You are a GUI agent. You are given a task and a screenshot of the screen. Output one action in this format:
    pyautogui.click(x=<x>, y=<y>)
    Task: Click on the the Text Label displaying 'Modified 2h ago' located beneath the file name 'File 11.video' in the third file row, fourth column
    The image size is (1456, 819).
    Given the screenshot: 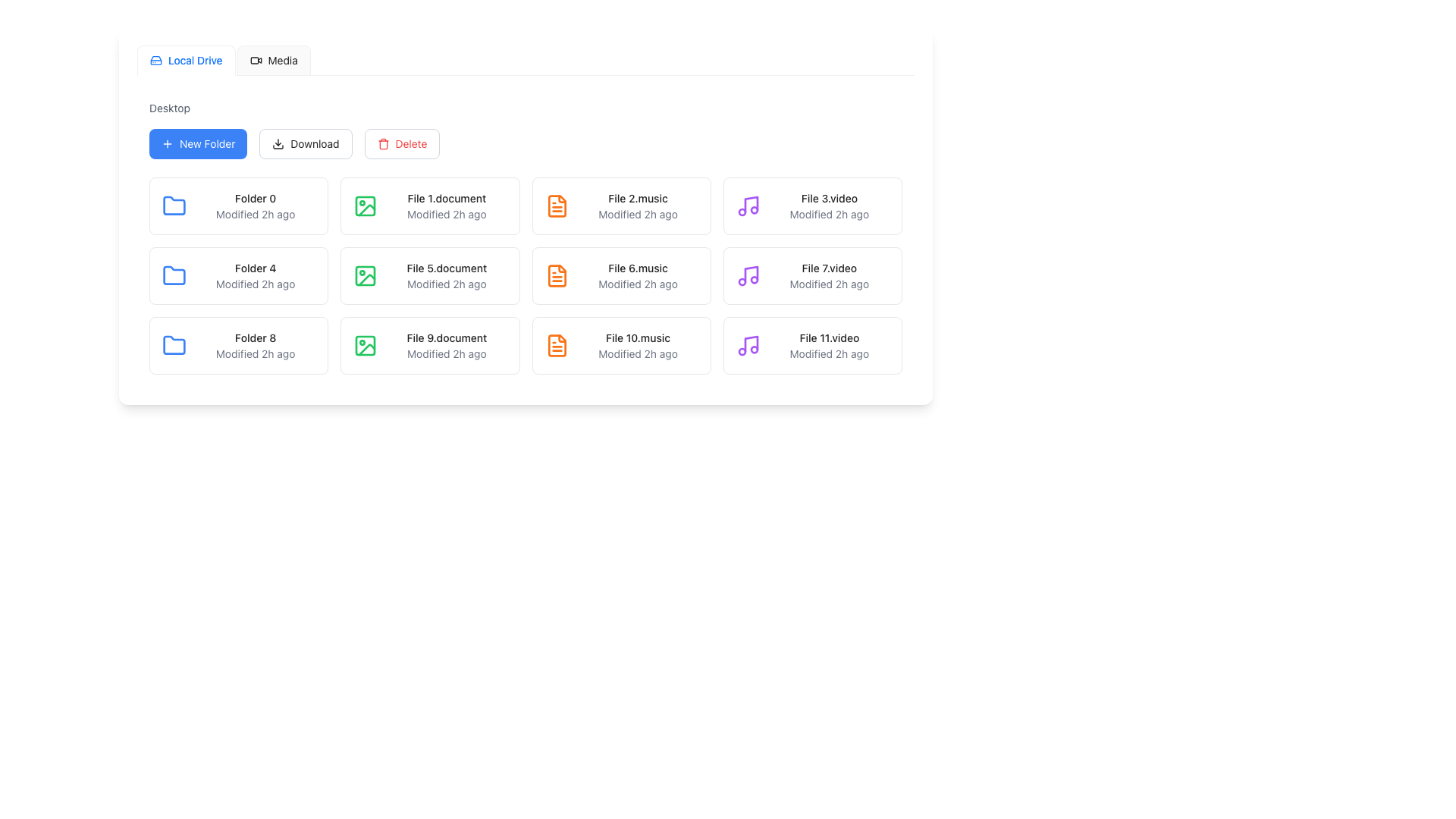 What is the action you would take?
    pyautogui.click(x=828, y=353)
    